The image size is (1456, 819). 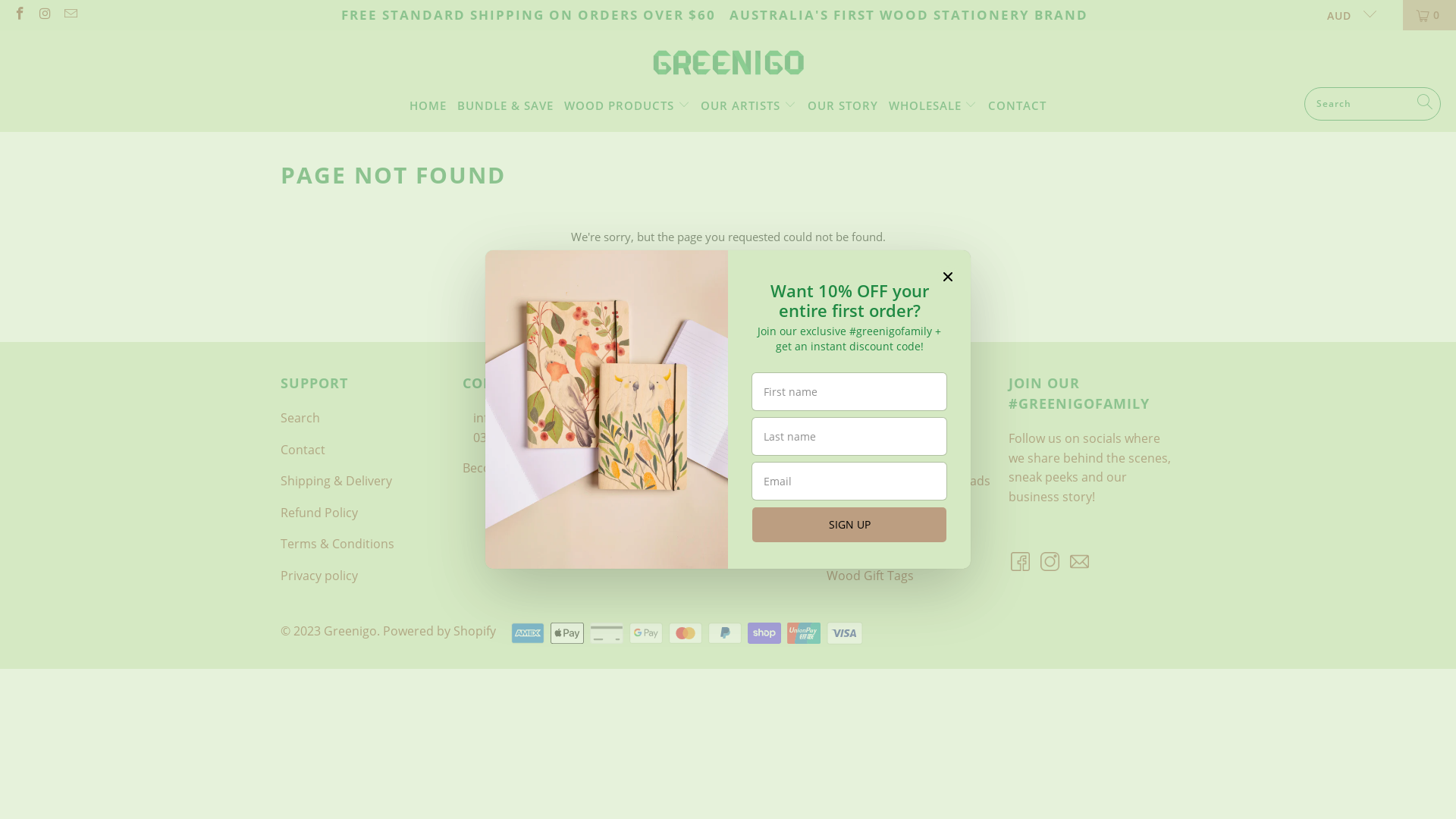 What do you see at coordinates (337, 543) in the screenshot?
I see `'Terms & Conditions'` at bounding box center [337, 543].